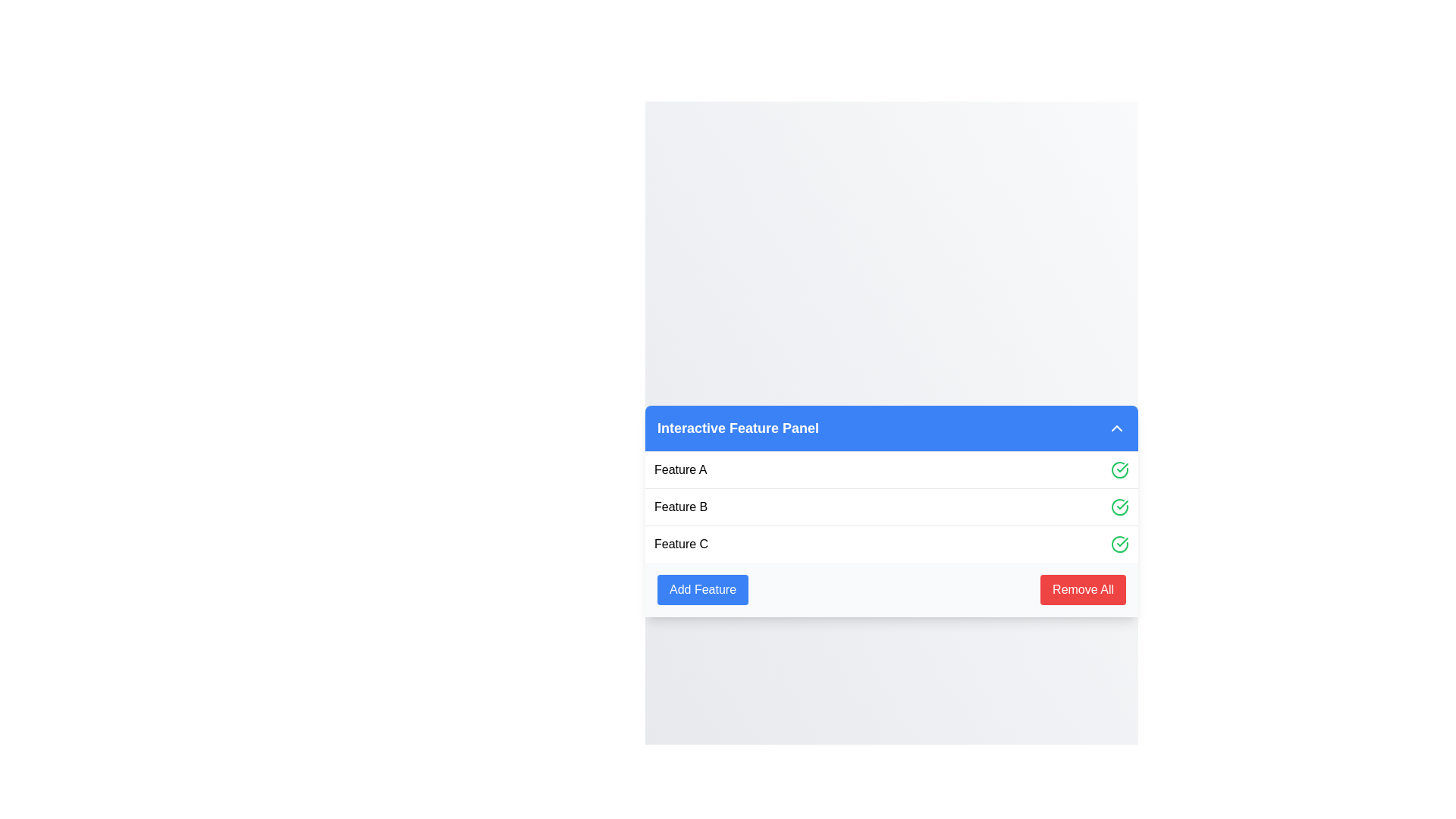 The image size is (1456, 819). What do you see at coordinates (1120, 469) in the screenshot?
I see `the green circular icon with a white checkmark, which signifies success or confirmation, located at the rightmost end of the row containing 'Feature A'` at bounding box center [1120, 469].